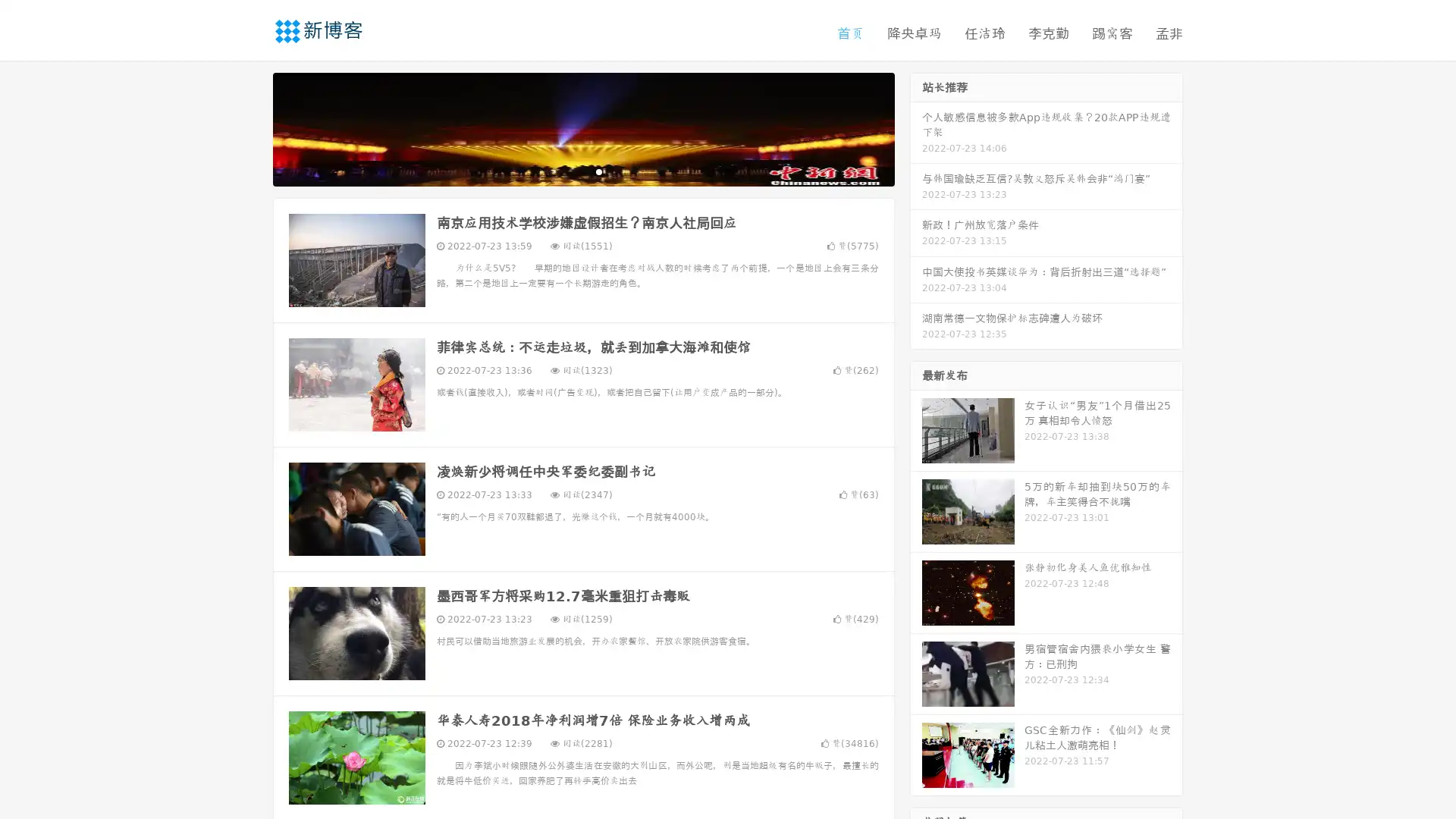 The image size is (1456, 819). I want to click on Go to slide 1, so click(567, 171).